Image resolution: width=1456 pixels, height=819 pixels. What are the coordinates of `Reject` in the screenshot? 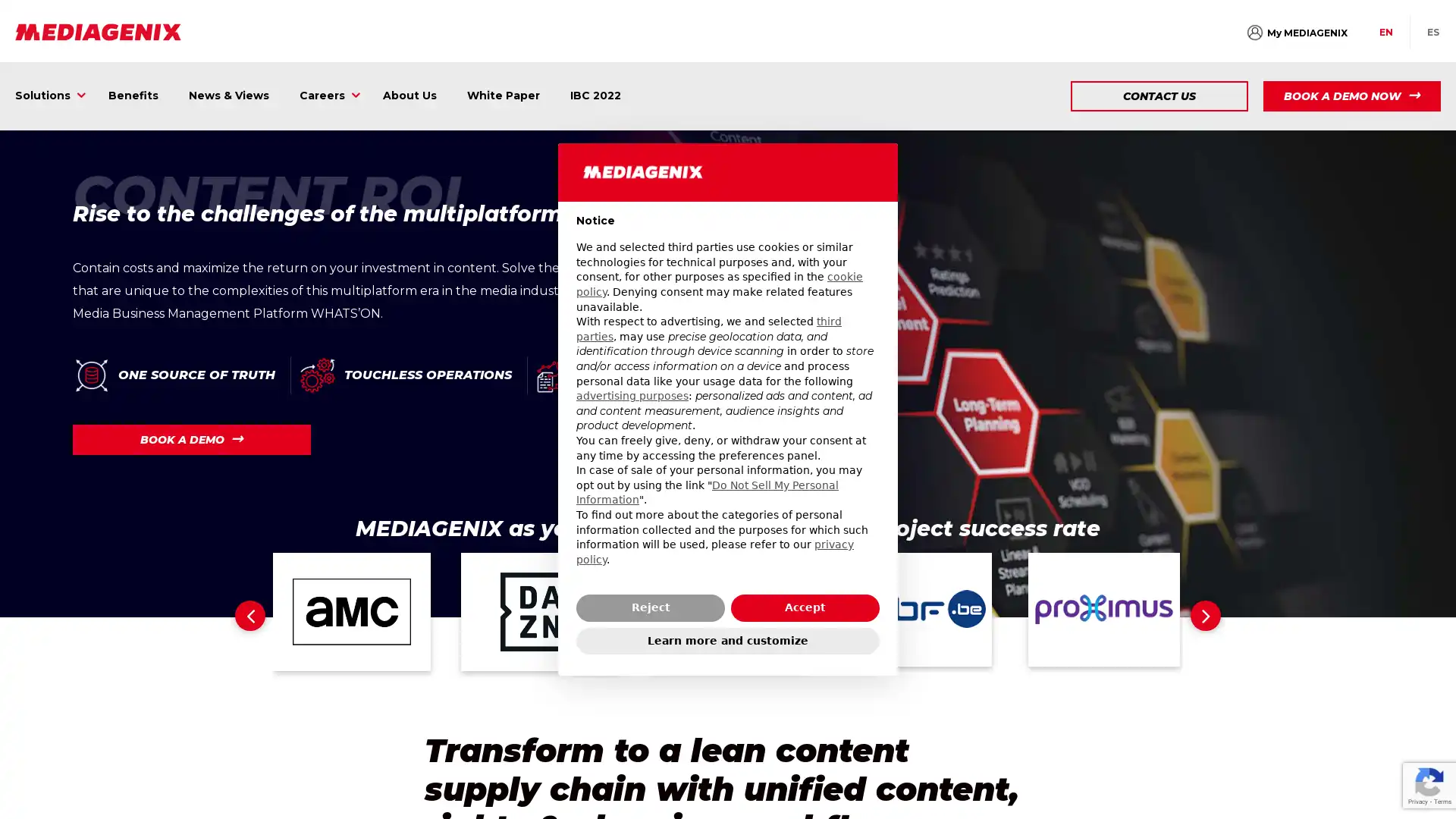 It's located at (651, 607).